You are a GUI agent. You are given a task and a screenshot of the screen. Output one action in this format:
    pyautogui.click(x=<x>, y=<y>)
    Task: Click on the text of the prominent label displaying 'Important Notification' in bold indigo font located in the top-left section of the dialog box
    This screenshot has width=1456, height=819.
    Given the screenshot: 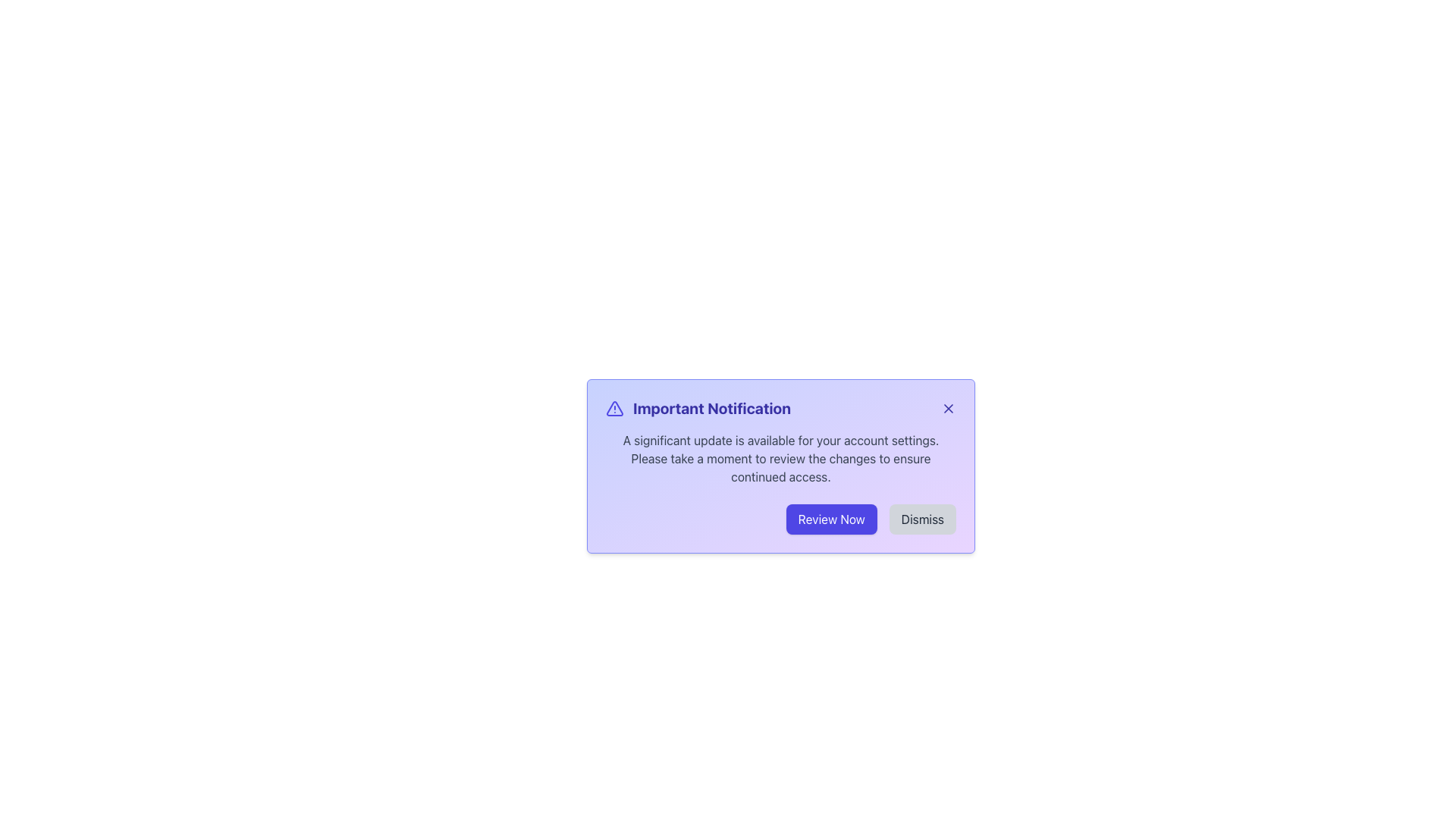 What is the action you would take?
    pyautogui.click(x=711, y=408)
    